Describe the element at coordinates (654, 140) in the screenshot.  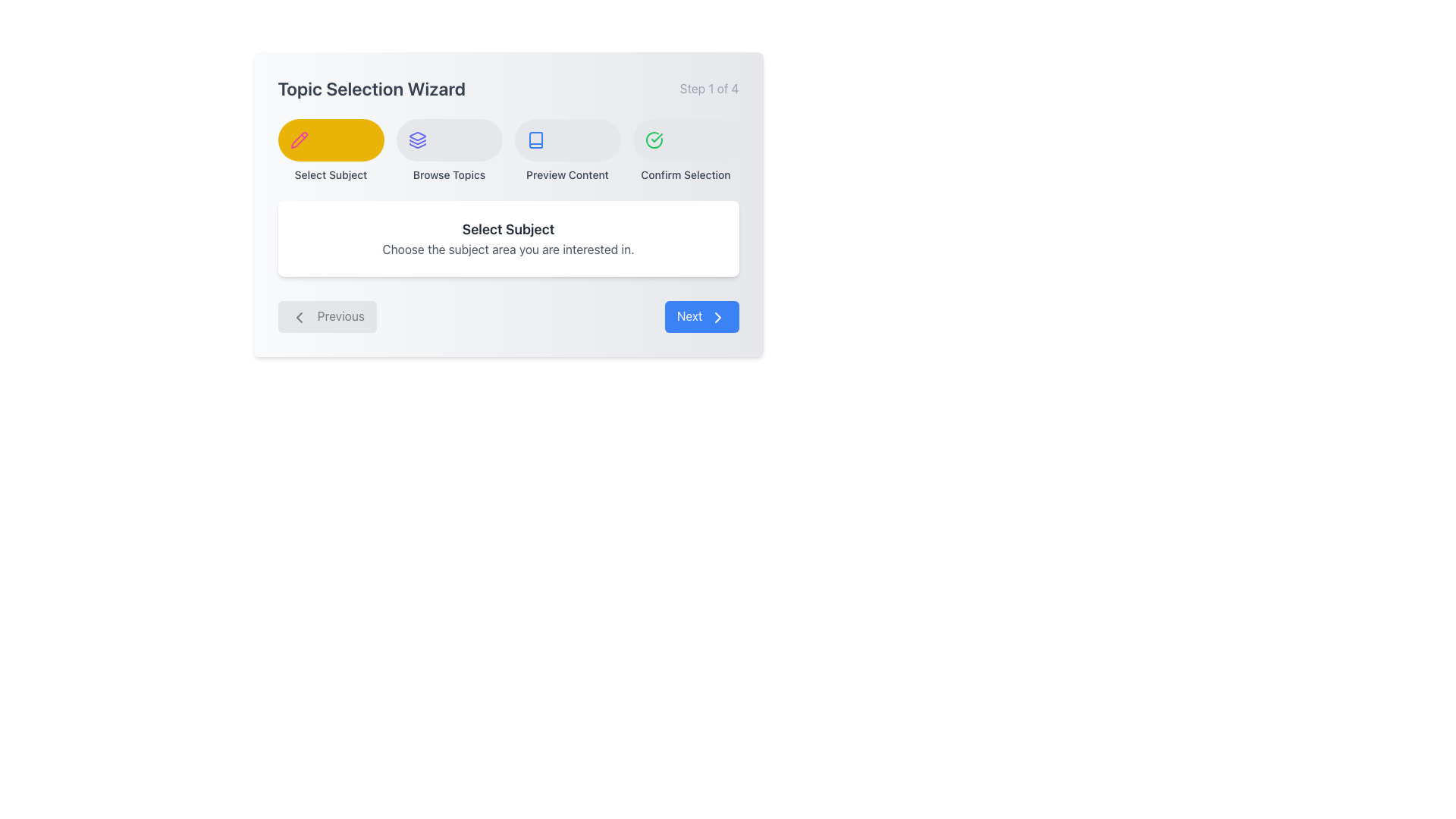
I see `the circular checkmark icon with a green stroke, which is the last icon in the tab navigation system at the top of the card interface` at that location.